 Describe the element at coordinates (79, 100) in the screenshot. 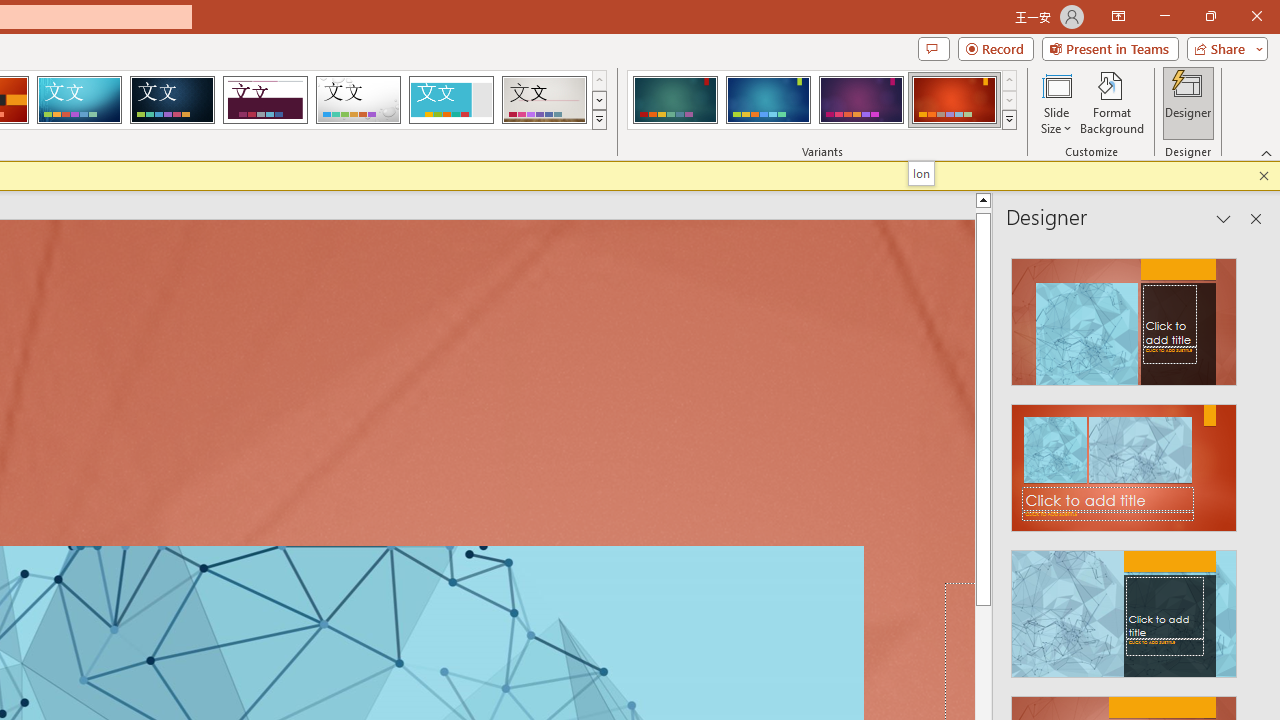

I see `'Circuit'` at that location.